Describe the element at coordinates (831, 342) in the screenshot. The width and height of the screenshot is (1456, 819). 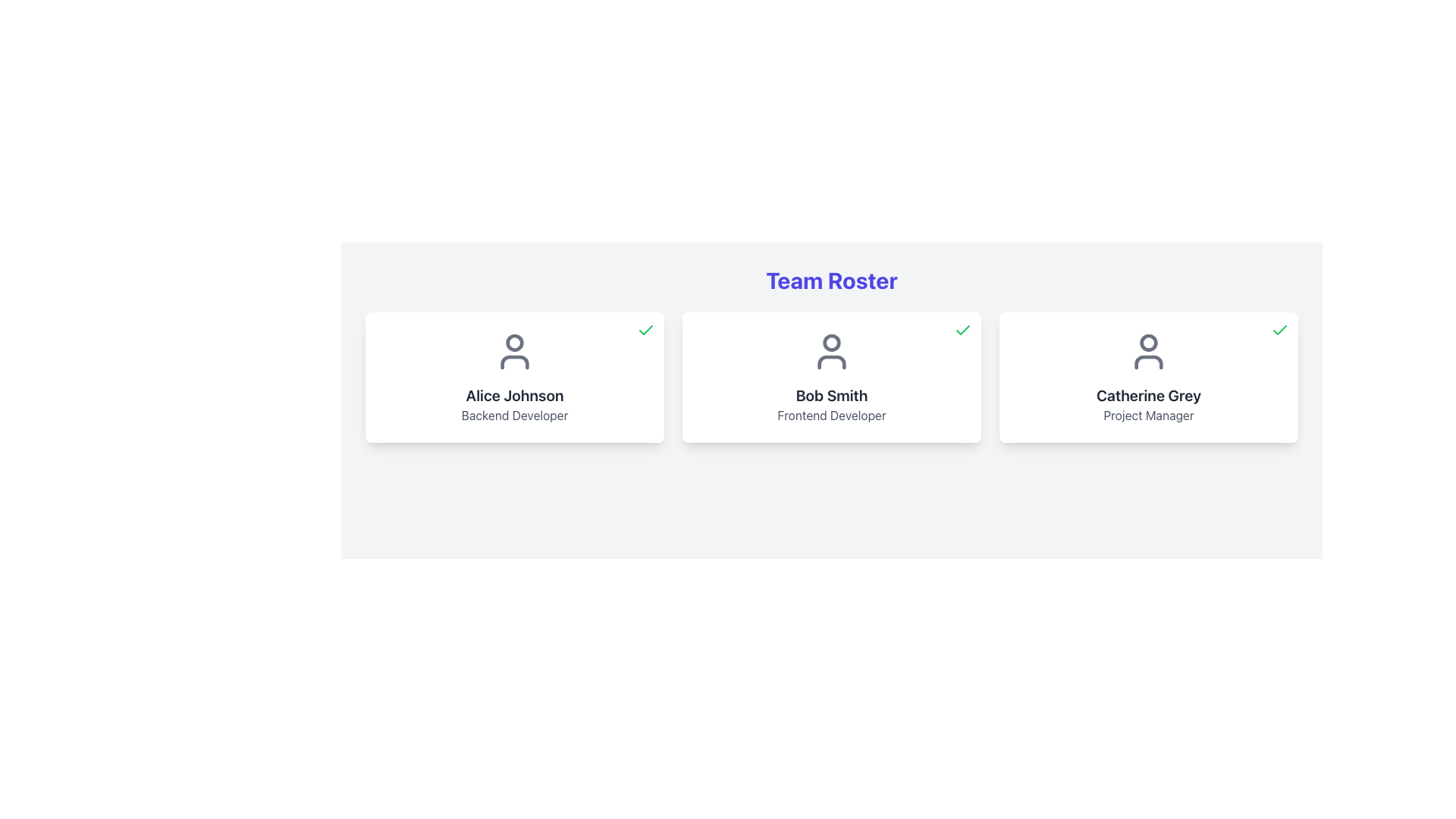
I see `the circular vector graphic representing the user icon of 'Bob Smith' located` at that location.